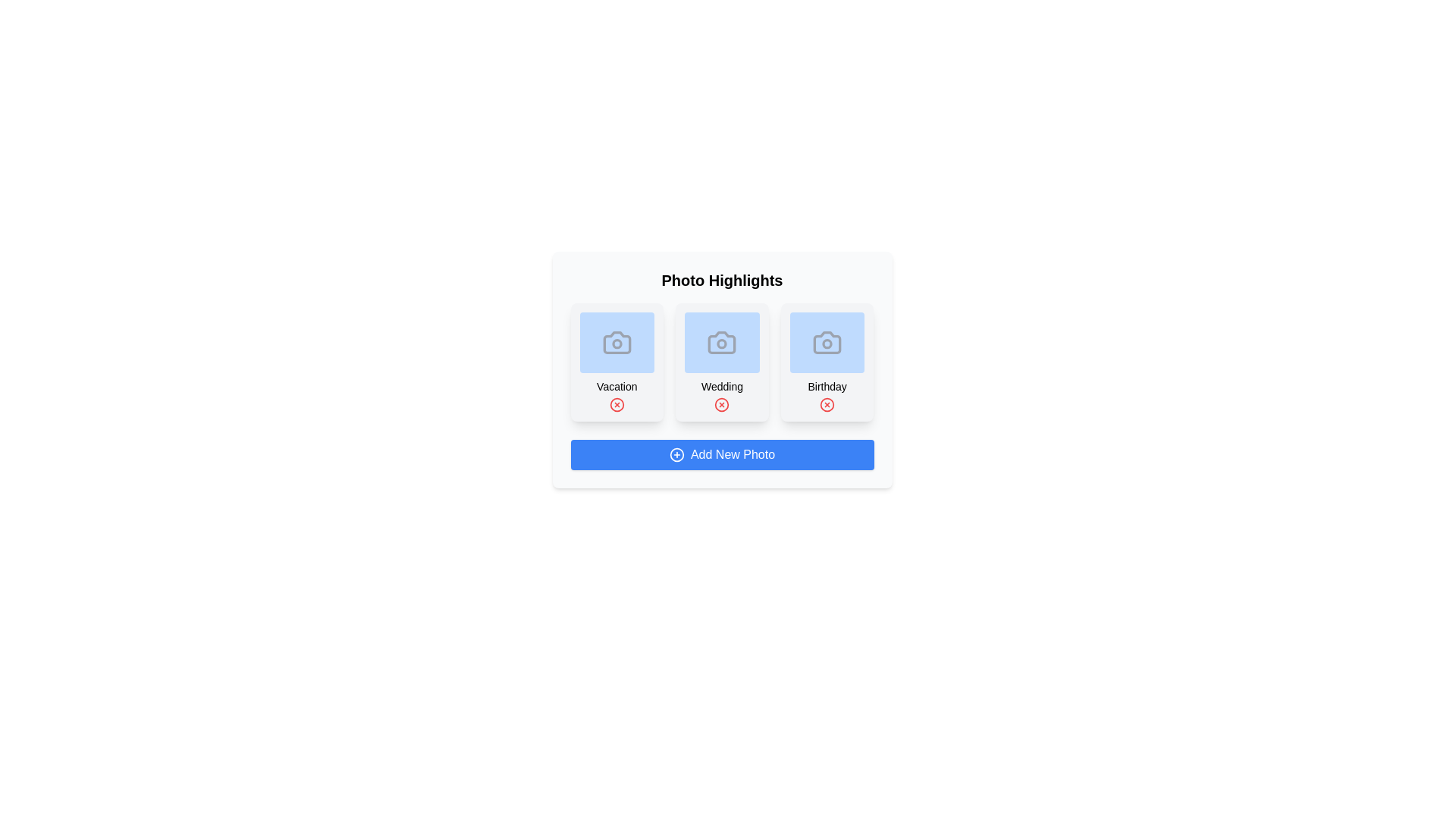 The height and width of the screenshot is (819, 1456). Describe the element at coordinates (721, 454) in the screenshot. I see `the 'Add New Photo' button` at that location.